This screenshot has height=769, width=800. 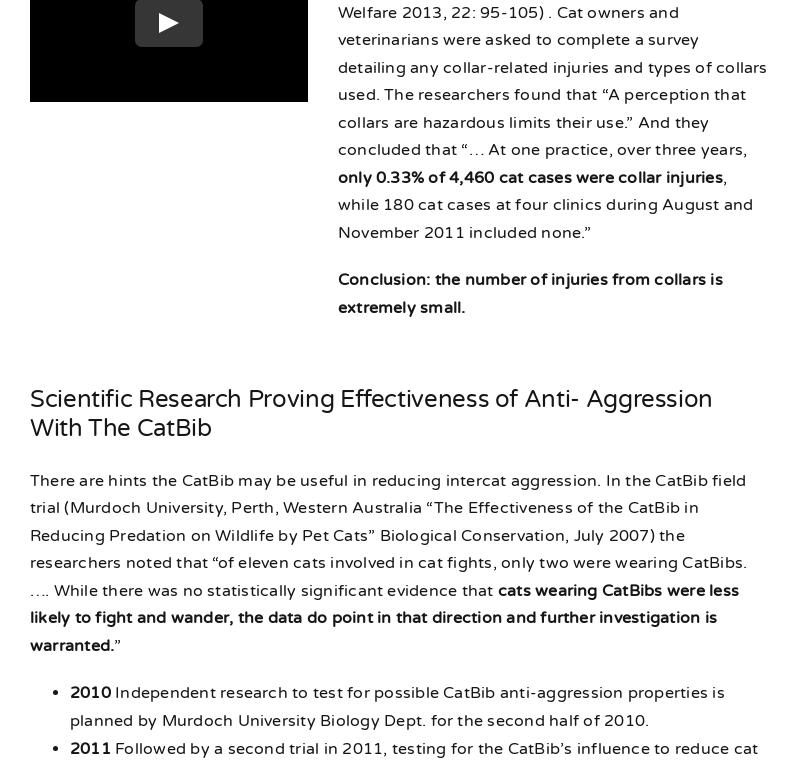 What do you see at coordinates (337, 79) in the screenshot?
I see `'. Cat owners and veterinarians were asked to complete a survey detailing any collar-related injuries and types of collars used. The researchers found that “A perception that collars are hazardous limits their use.” And they concluded that “… At one practice, over three years,'` at bounding box center [337, 79].